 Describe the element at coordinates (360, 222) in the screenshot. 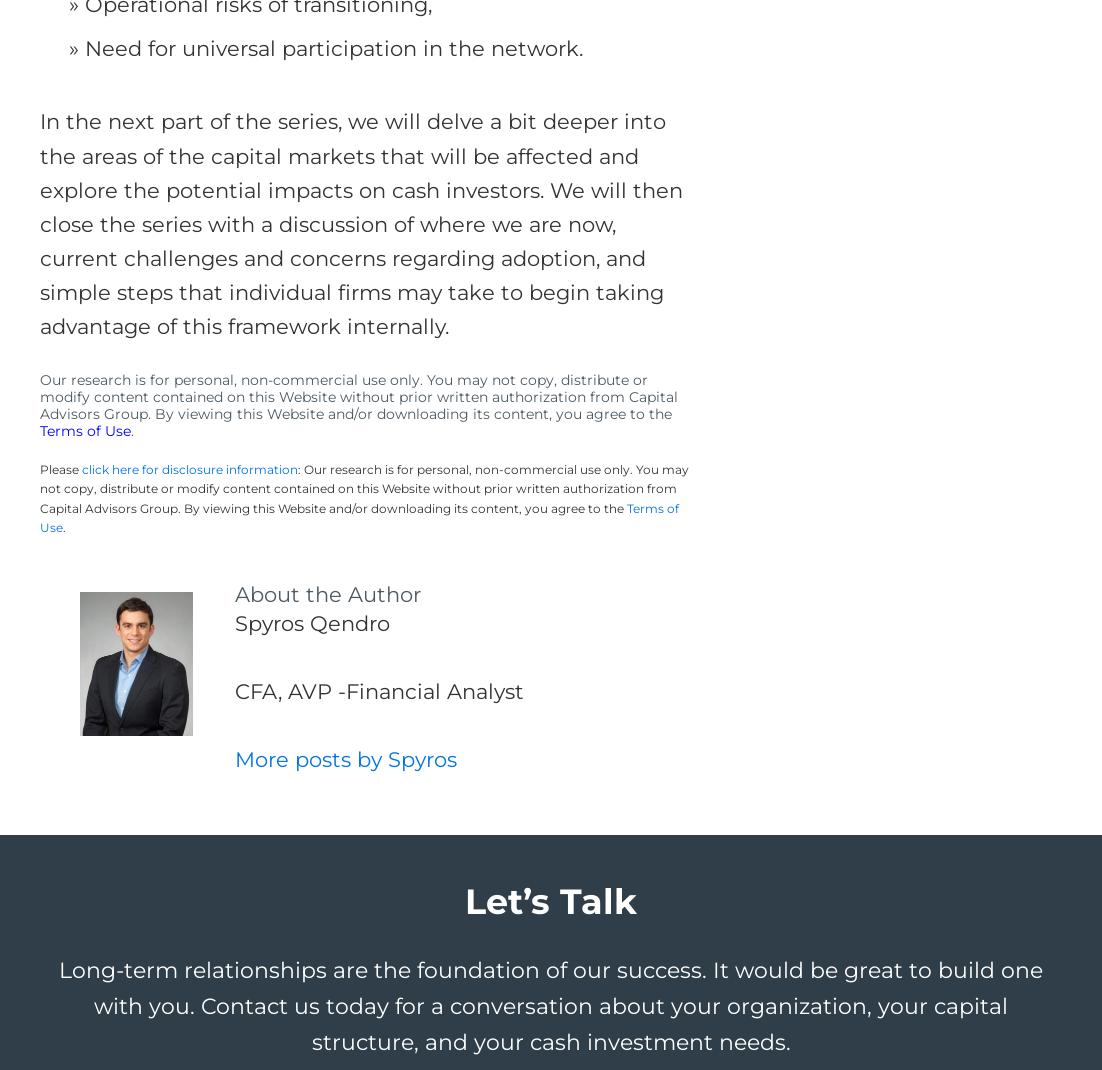

I see `'In the next part of the series, we will delve a bit deeper into the areas of the capital markets that will be affected and explore the potential impacts on cash investors. We will then close the series with a discussion of where we are now, current challenges and concerns regarding adoption, and simple steps that individual firms may take to begin taking advantage of this framework internally.'` at that location.